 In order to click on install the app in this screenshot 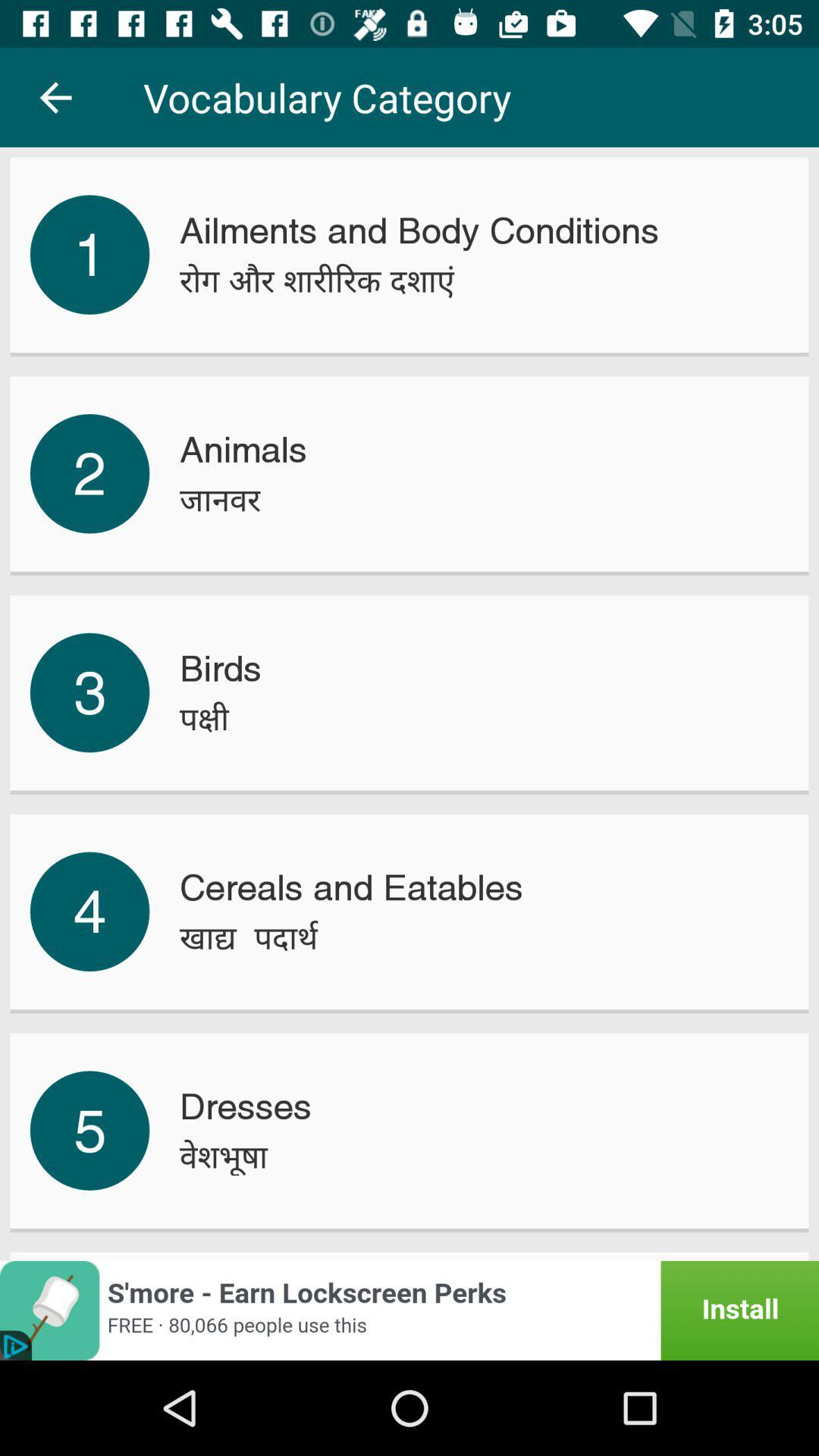, I will do `click(409, 1310)`.